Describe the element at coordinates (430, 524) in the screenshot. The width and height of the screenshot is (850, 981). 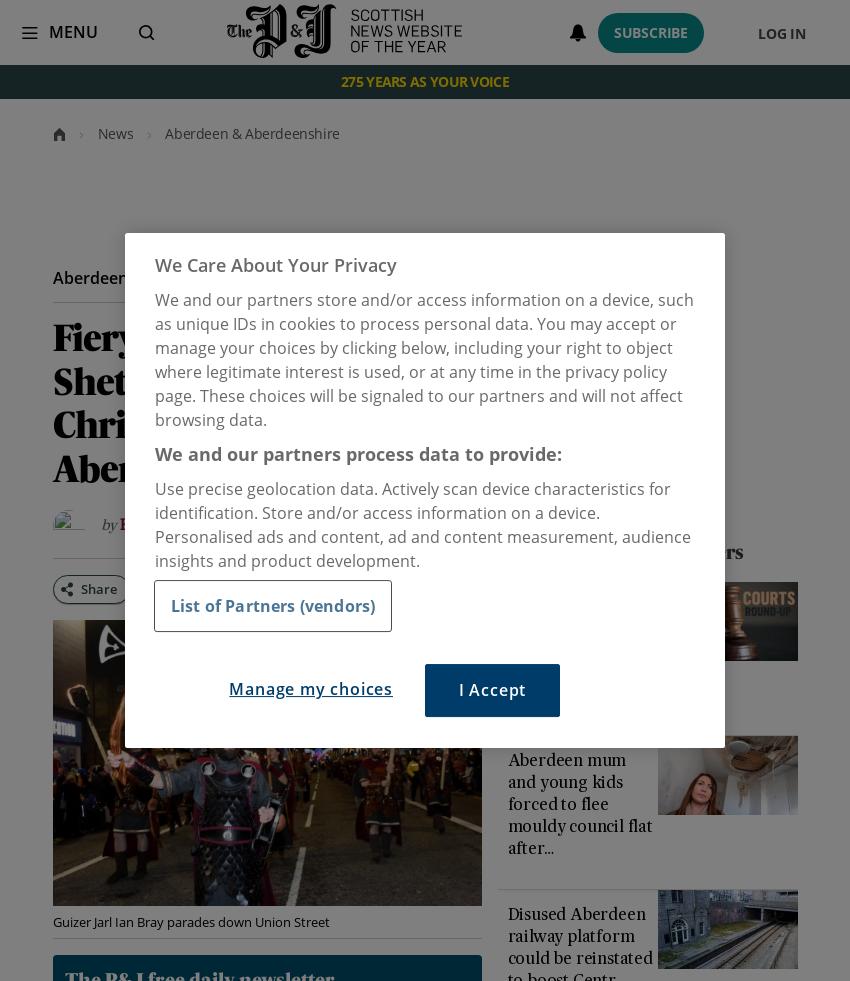
I see `'2018,'` at that location.